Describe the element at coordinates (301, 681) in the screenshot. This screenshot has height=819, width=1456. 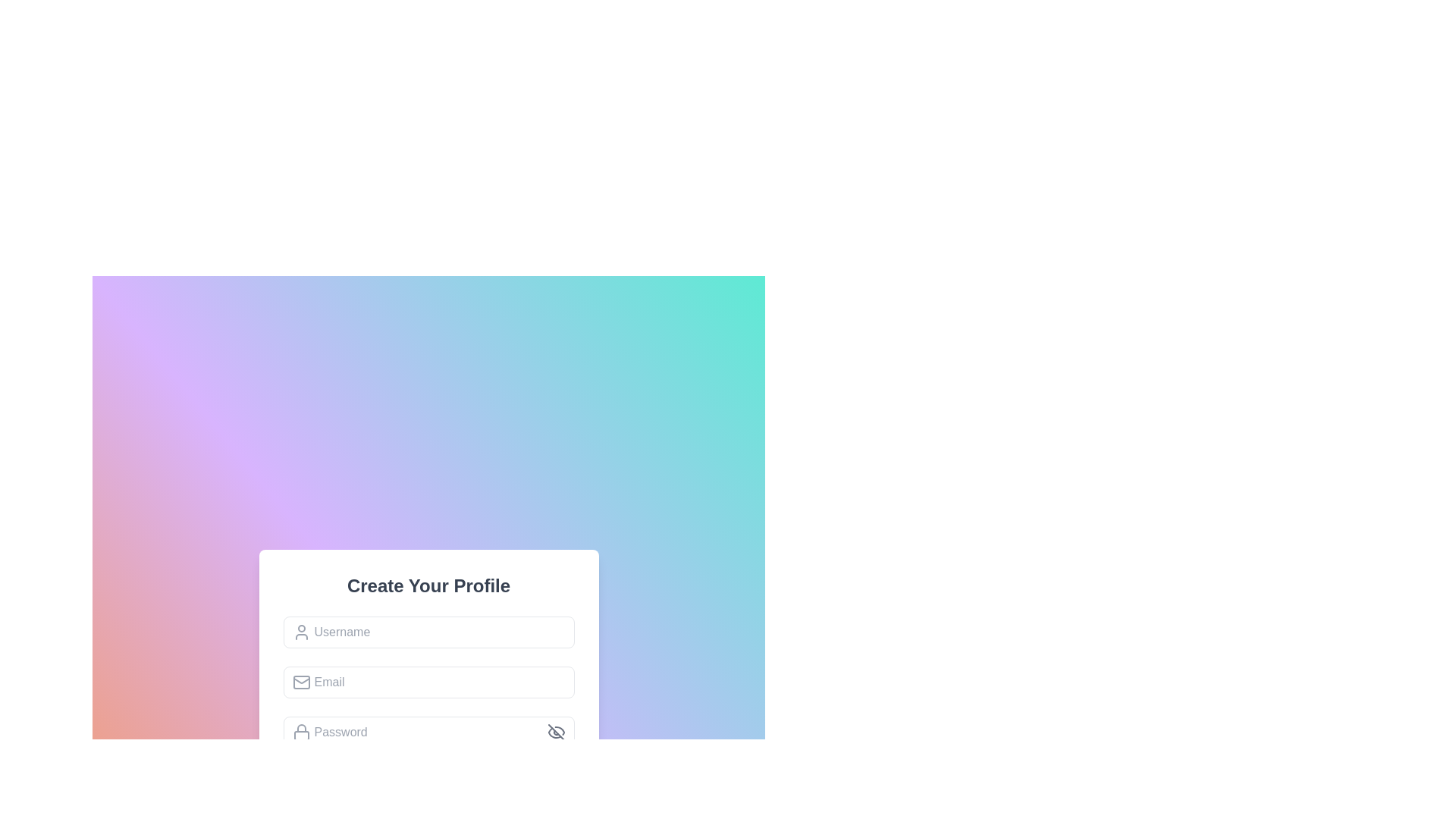
I see `the email icon, which is a line-drawn envelope shape with soft gray coloring, positioned at the left edge of the email input field` at that location.